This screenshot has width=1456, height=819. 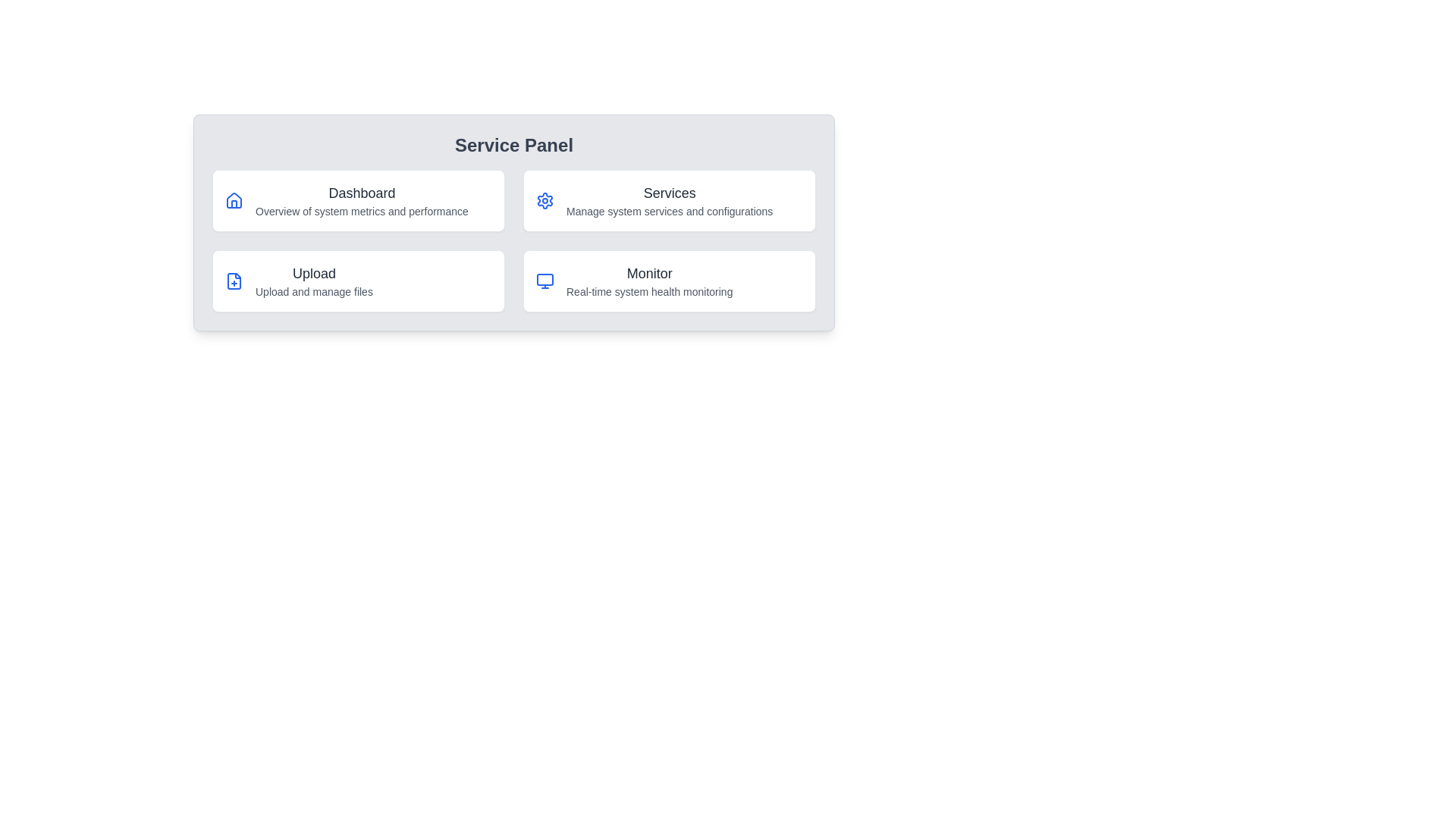 I want to click on the text label displaying 'Real-time system health monitoring', which is located under the 'Monitor' heading in the Service Panel interface, so click(x=649, y=292).